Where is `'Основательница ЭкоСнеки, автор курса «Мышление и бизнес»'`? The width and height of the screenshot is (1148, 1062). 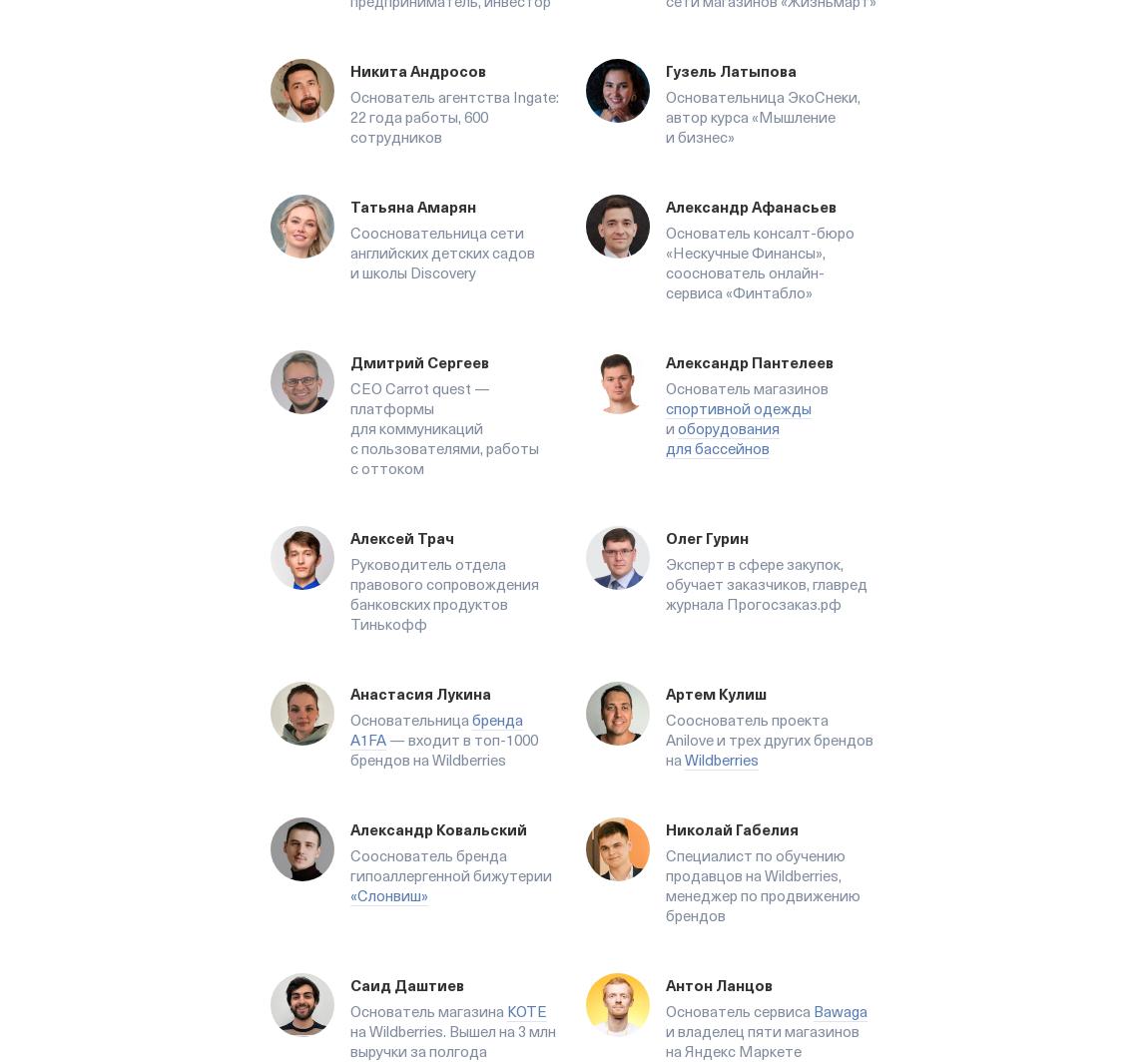 'Основательница ЭкоСнеки, автор курса «Мышление и бизнес»' is located at coordinates (762, 117).